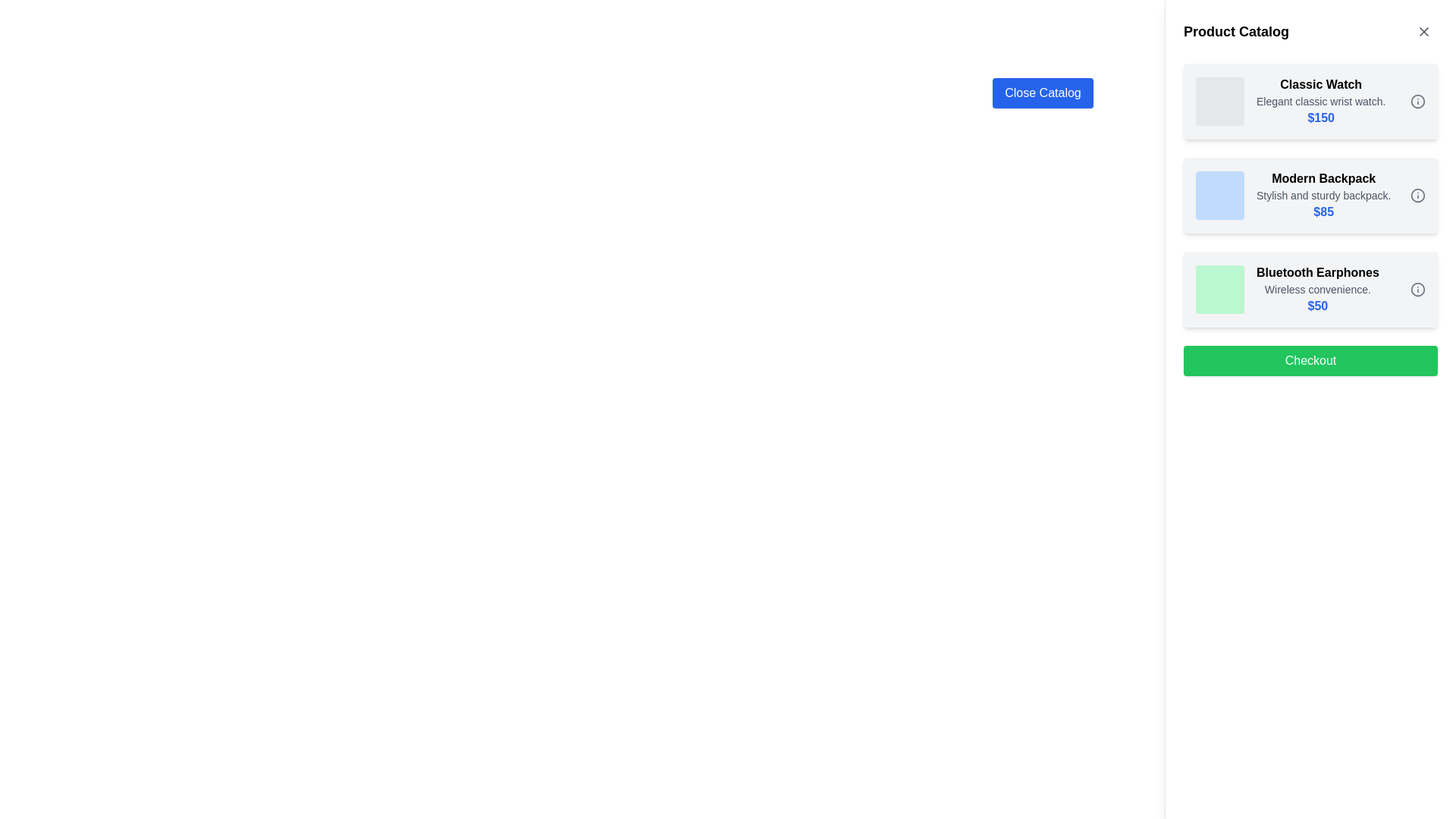 This screenshot has height=819, width=1456. I want to click on product description and price from the compact layout displaying details about the product, which includes the title 'Classic Watch', description 'Elegant classic wrist watch.', and price '$150', so click(1290, 102).